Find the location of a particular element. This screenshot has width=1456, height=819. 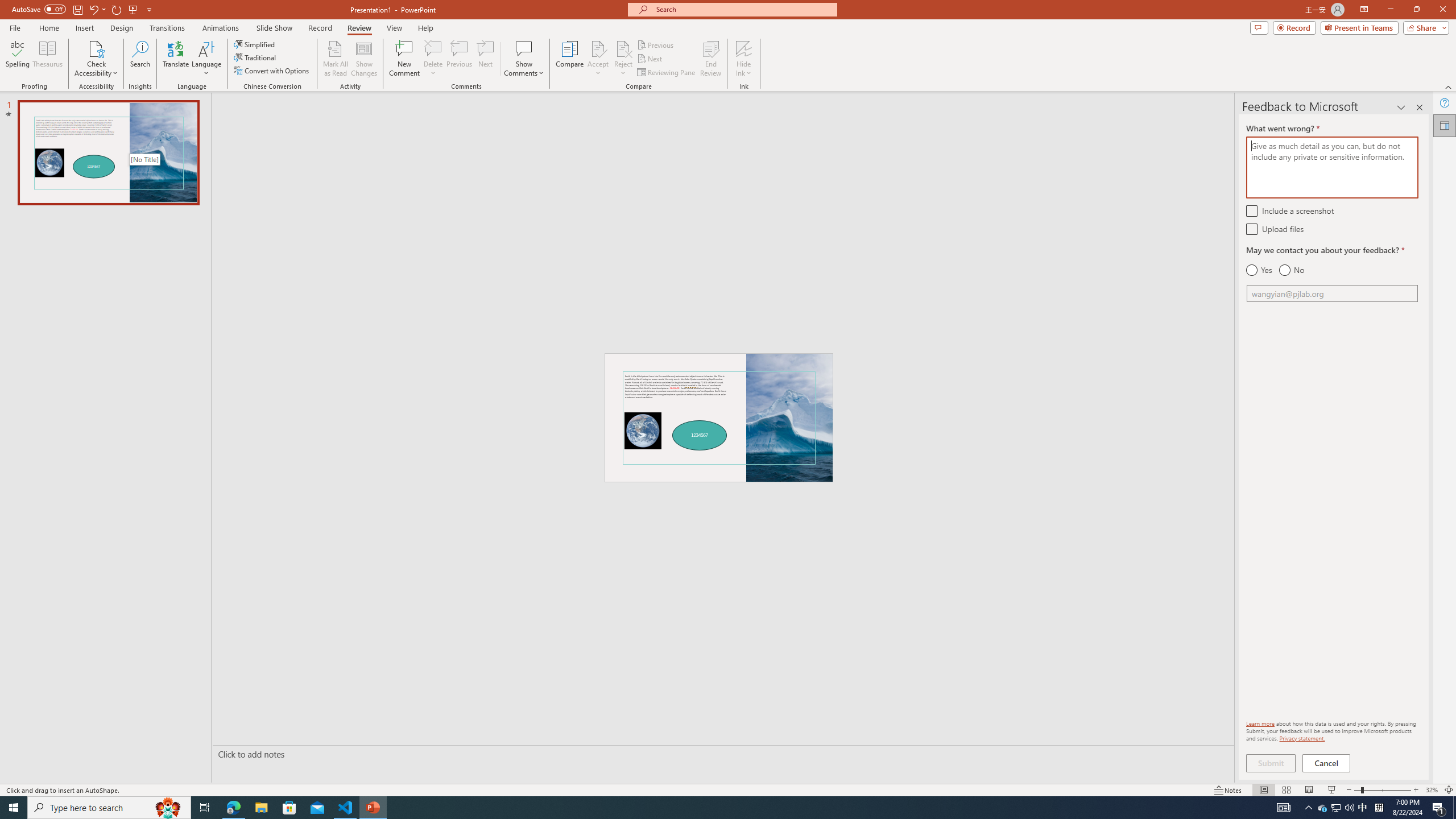

'Show Comments' is located at coordinates (524, 59).